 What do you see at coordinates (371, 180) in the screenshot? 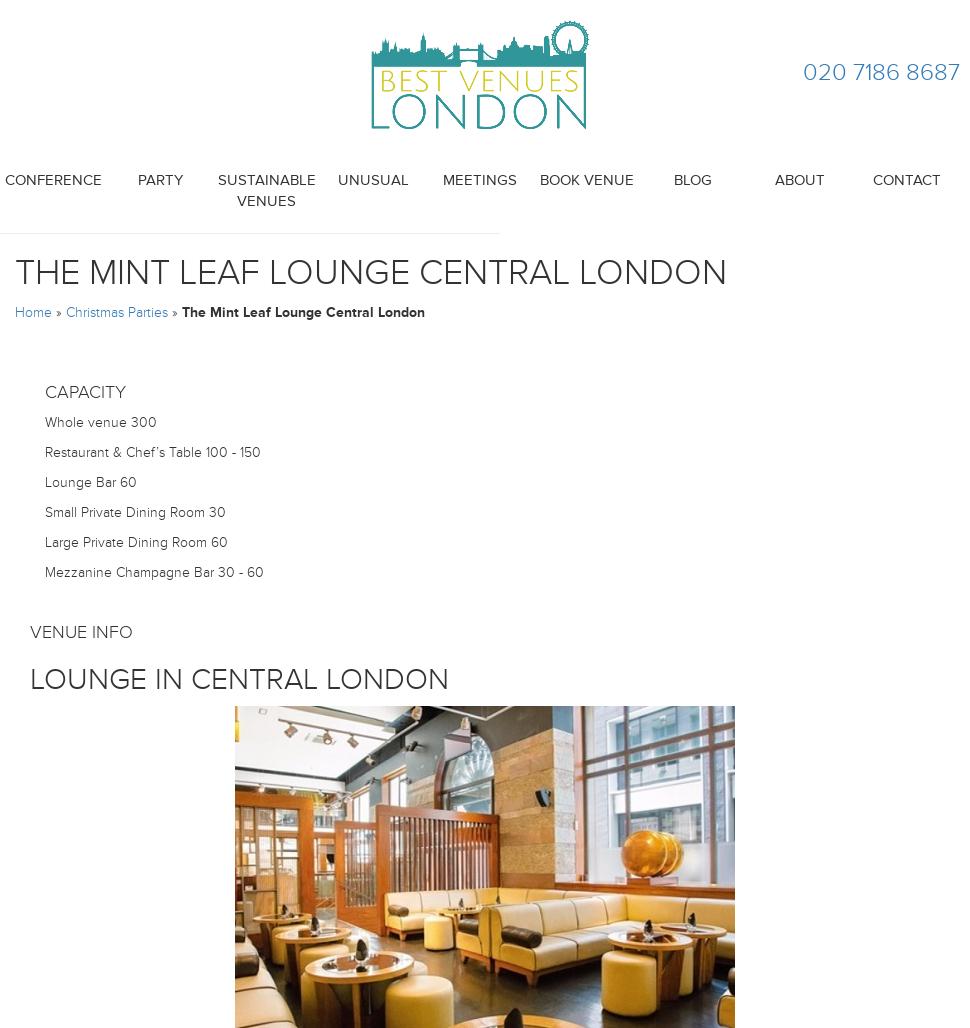
I see `'Unusual'` at bounding box center [371, 180].